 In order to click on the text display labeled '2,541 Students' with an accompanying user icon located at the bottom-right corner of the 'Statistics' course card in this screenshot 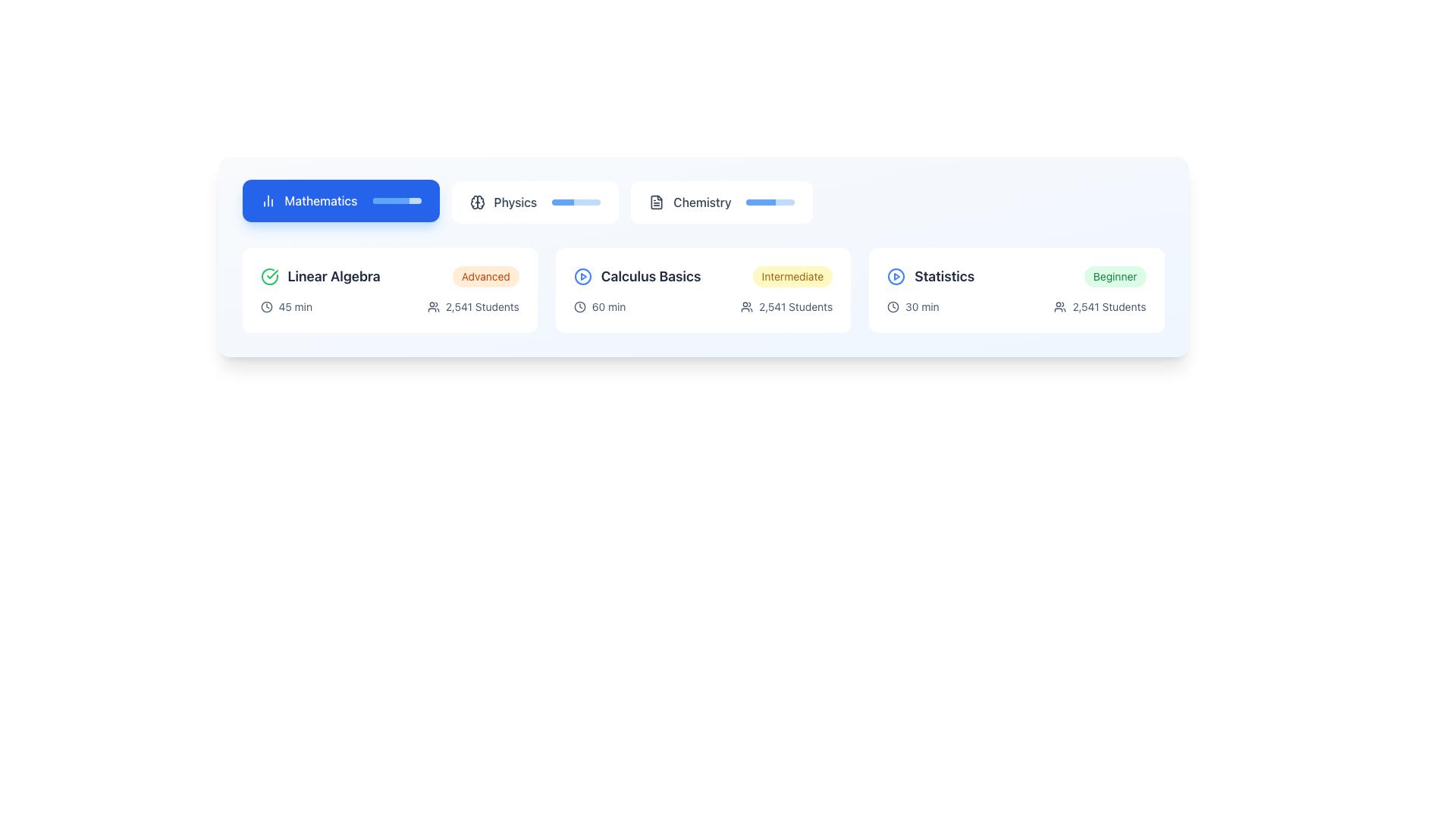, I will do `click(1100, 307)`.